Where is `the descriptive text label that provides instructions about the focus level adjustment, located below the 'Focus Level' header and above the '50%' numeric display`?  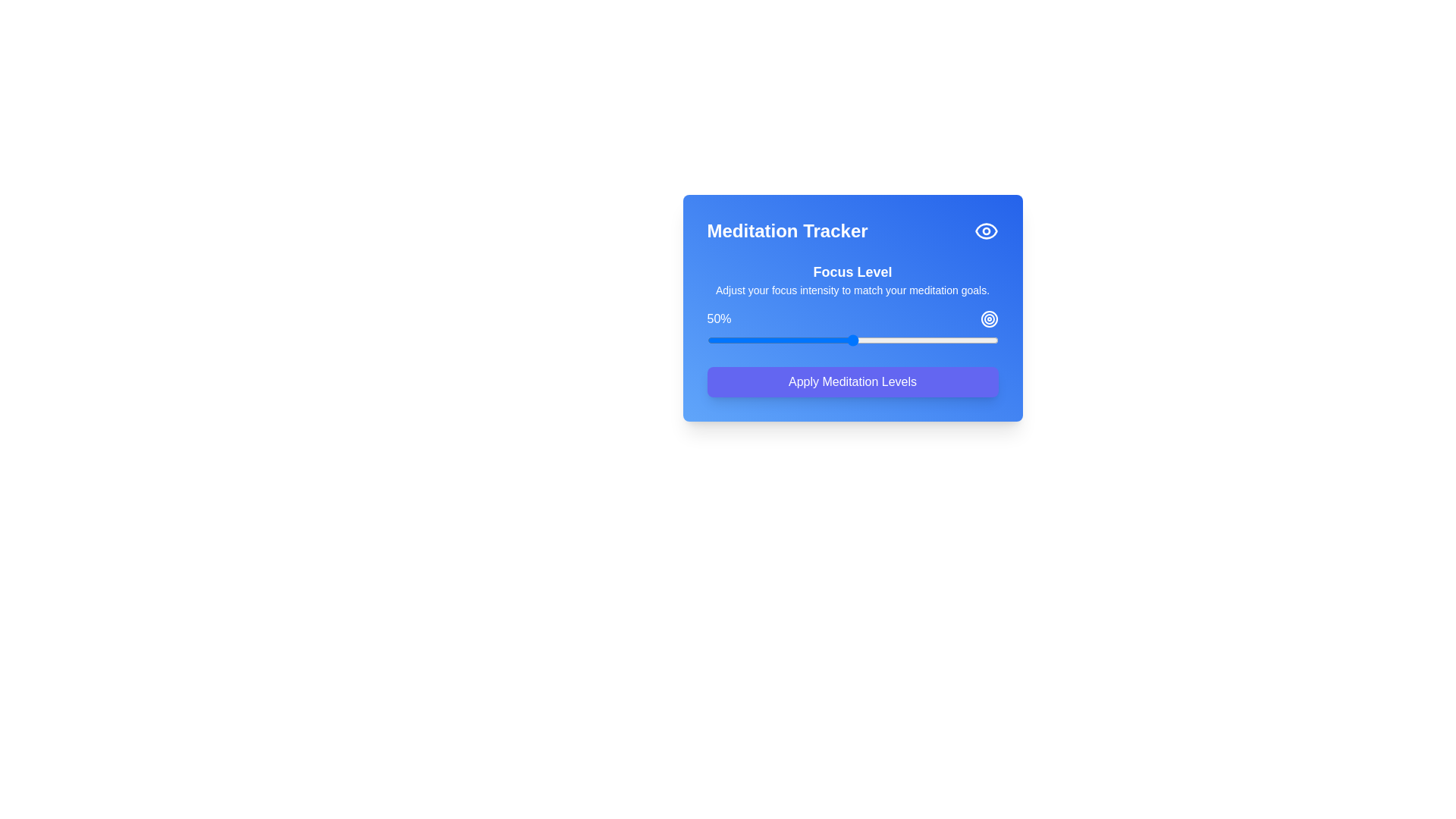
the descriptive text label that provides instructions about the focus level adjustment, located below the 'Focus Level' header and above the '50%' numeric display is located at coordinates (852, 290).